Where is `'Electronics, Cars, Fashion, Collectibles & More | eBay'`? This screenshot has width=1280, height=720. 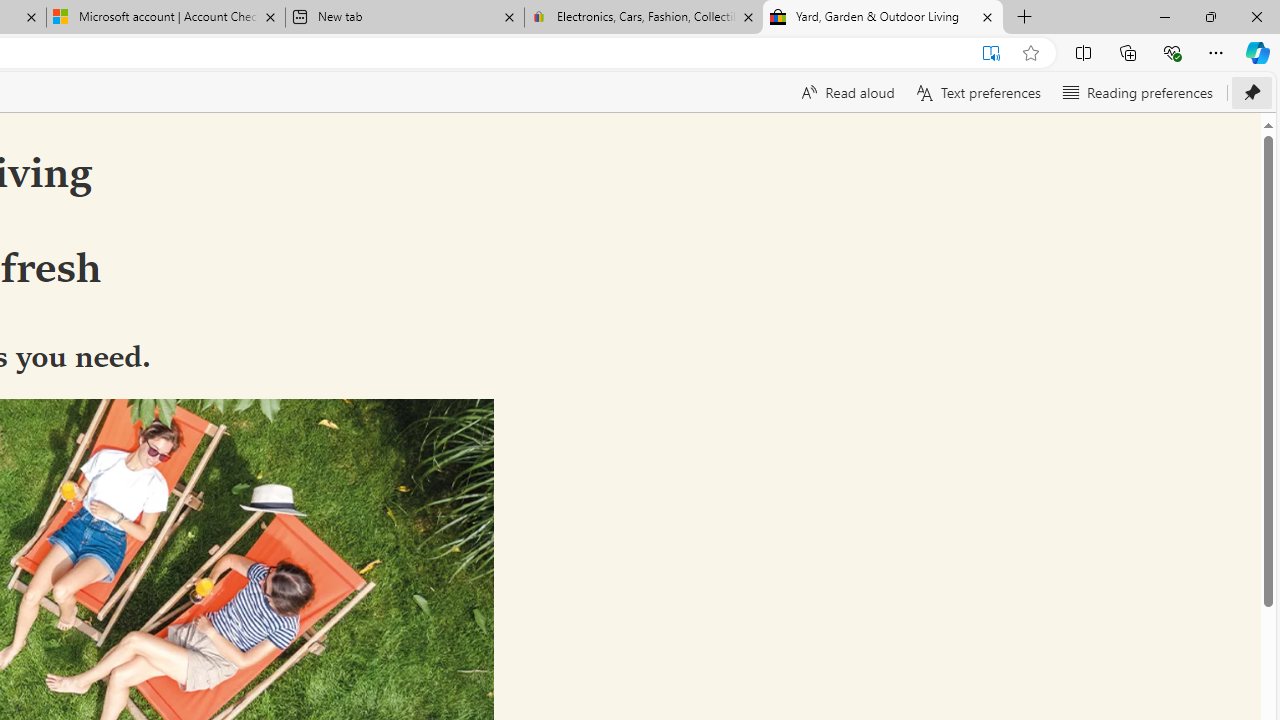 'Electronics, Cars, Fashion, Collectibles & More | eBay' is located at coordinates (643, 17).